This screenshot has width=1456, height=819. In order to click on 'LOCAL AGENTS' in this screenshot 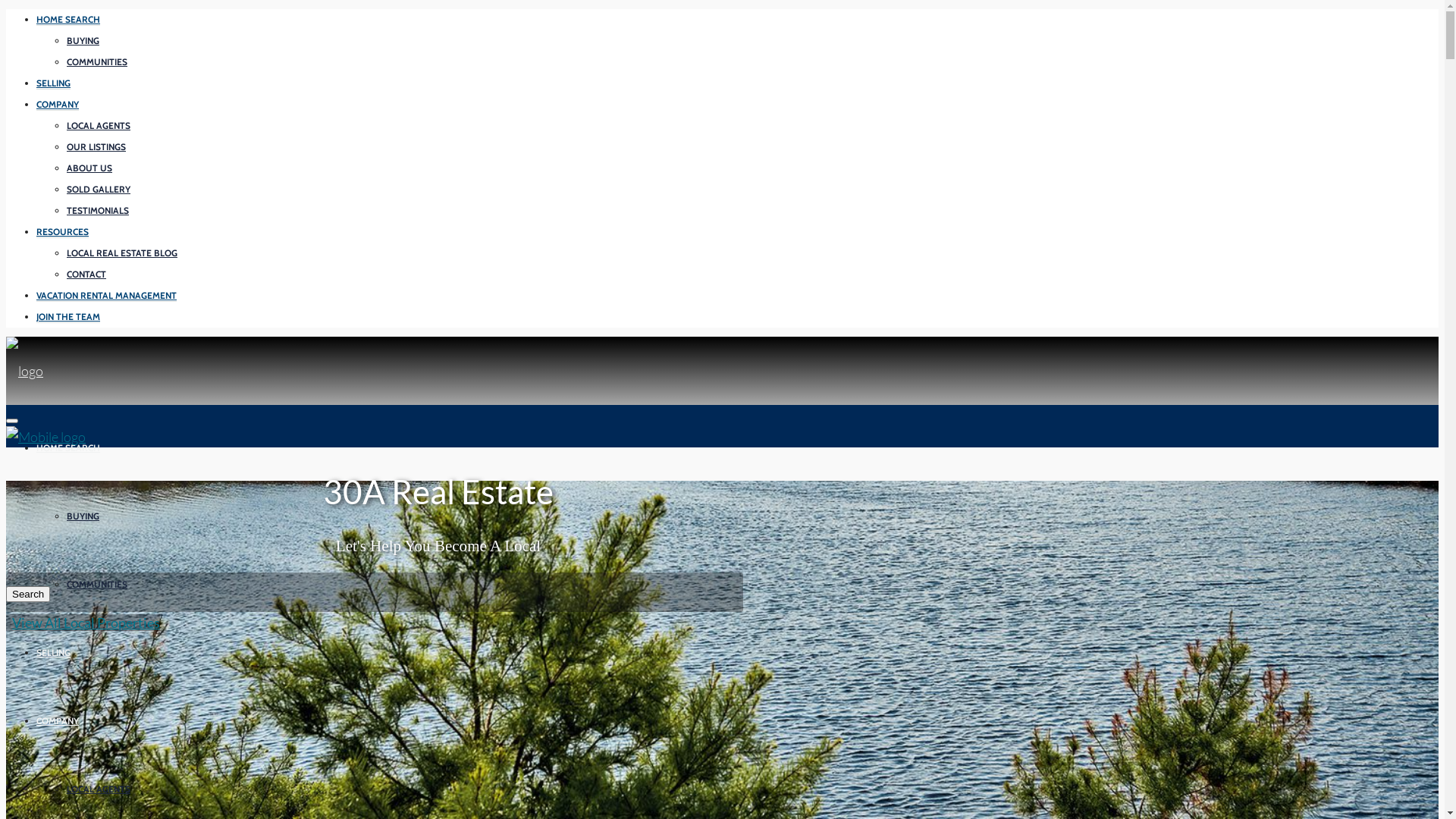, I will do `click(97, 789)`.